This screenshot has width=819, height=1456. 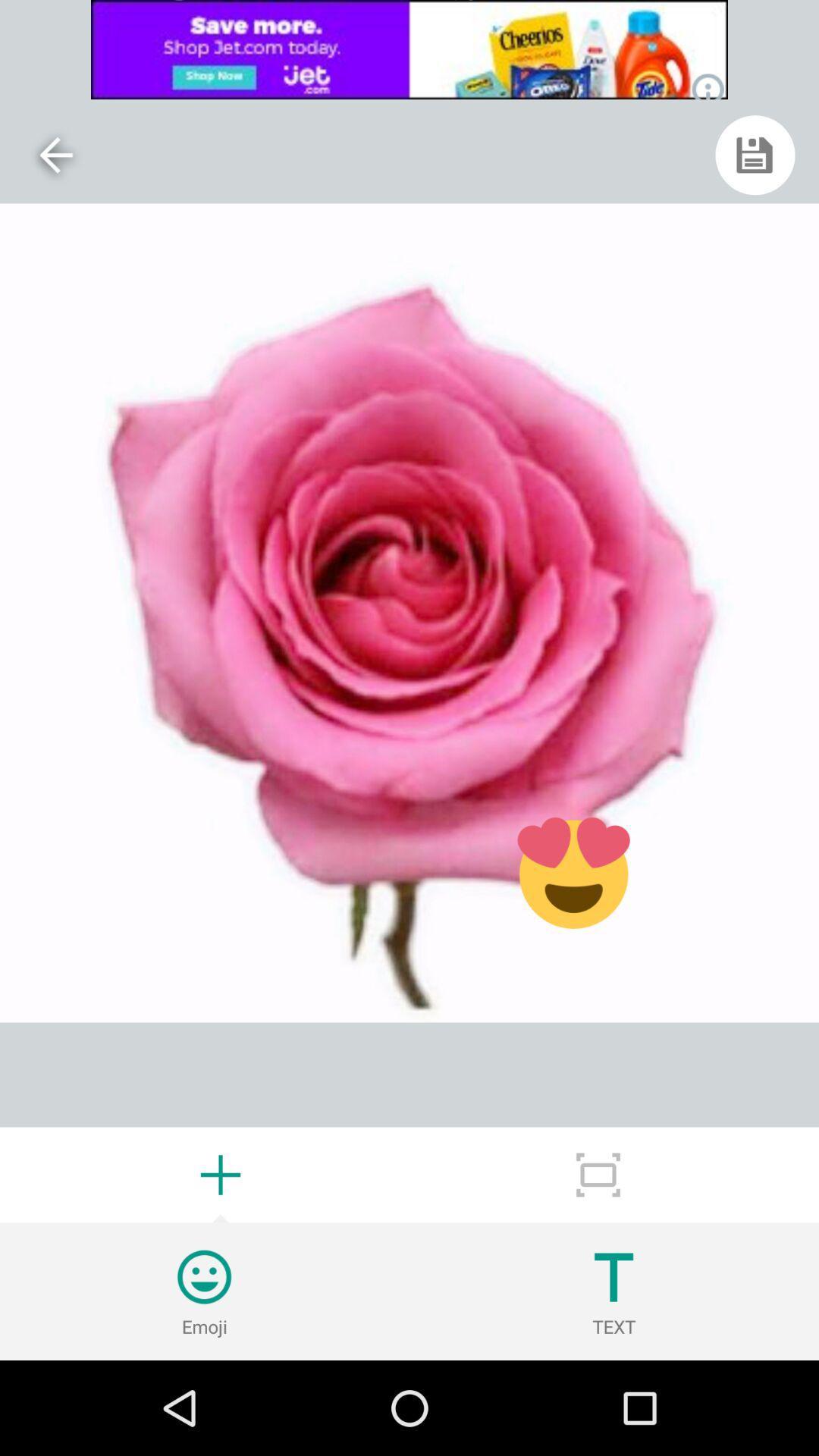 What do you see at coordinates (55, 155) in the screenshot?
I see `the arrow_backward icon` at bounding box center [55, 155].